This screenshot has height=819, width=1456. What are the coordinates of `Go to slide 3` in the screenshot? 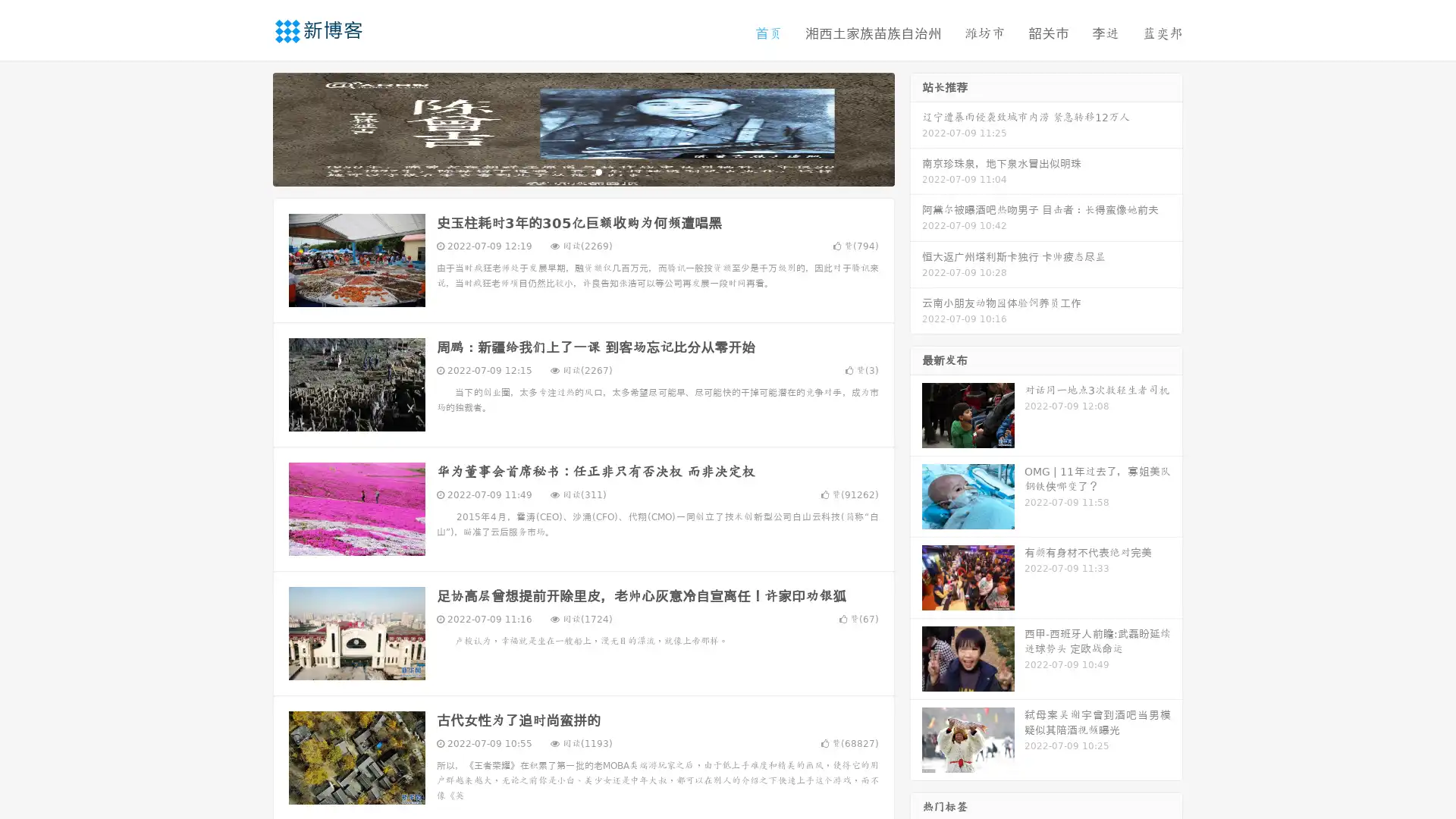 It's located at (598, 171).